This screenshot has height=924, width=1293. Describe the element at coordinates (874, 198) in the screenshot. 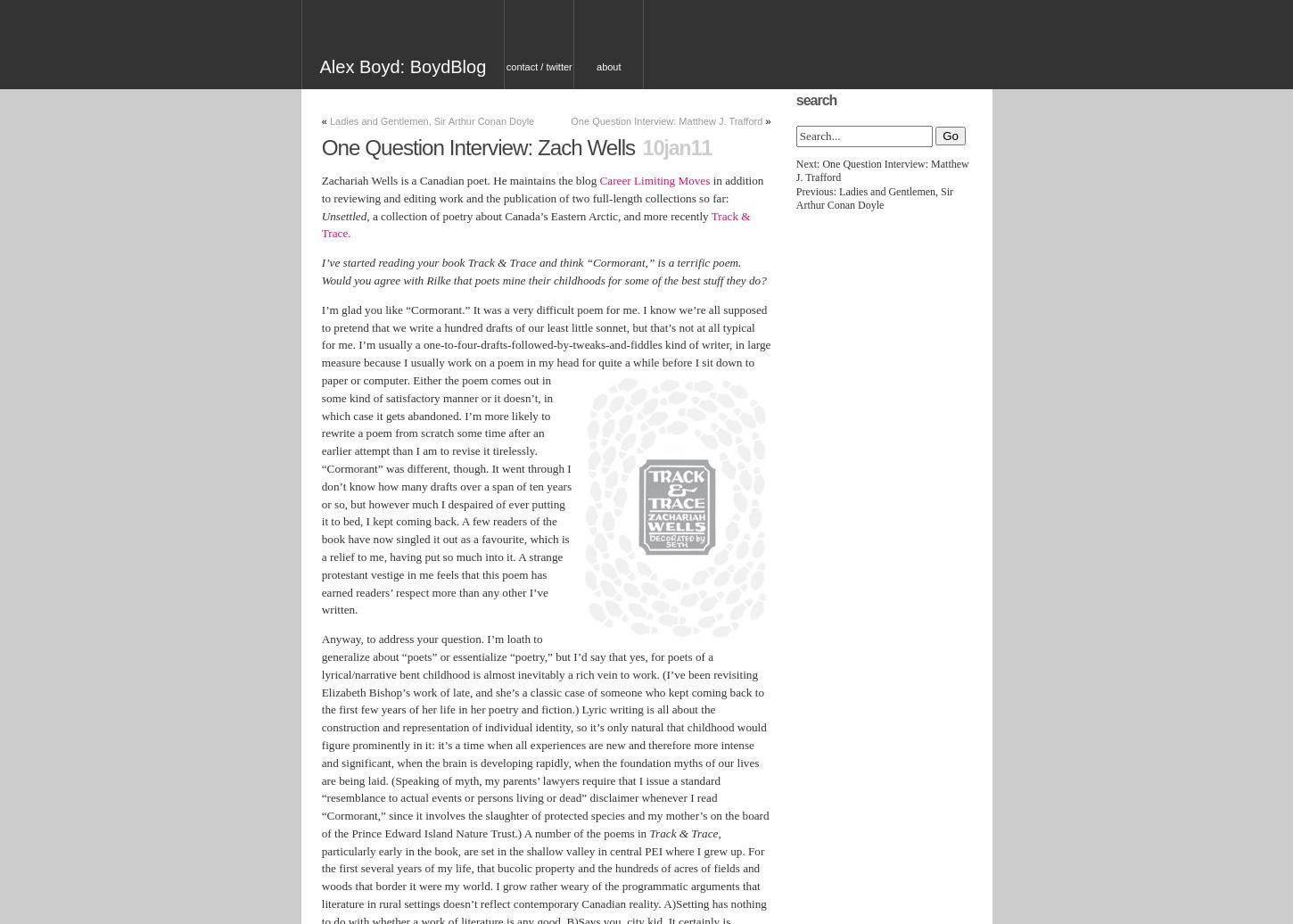

I see `'Previous: Ladies and Gentlemen, Sir Arthur Conan Doyle'` at that location.